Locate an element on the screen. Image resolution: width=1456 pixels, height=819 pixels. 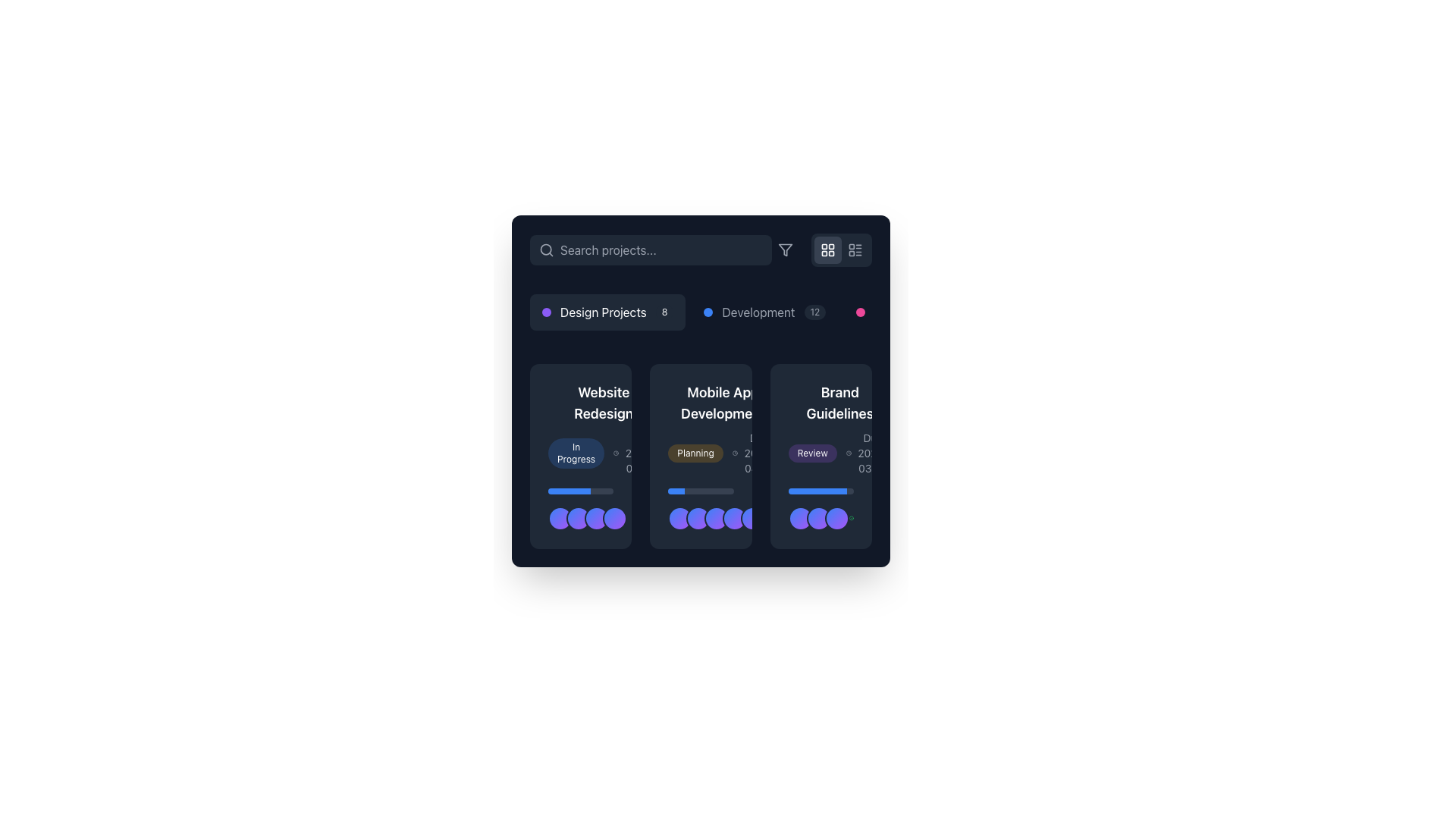
the second project card labeled 'Mobile App Development' which is styled with a dark rounded border and positioned centrally in a three-column grid layout is located at coordinates (700, 455).